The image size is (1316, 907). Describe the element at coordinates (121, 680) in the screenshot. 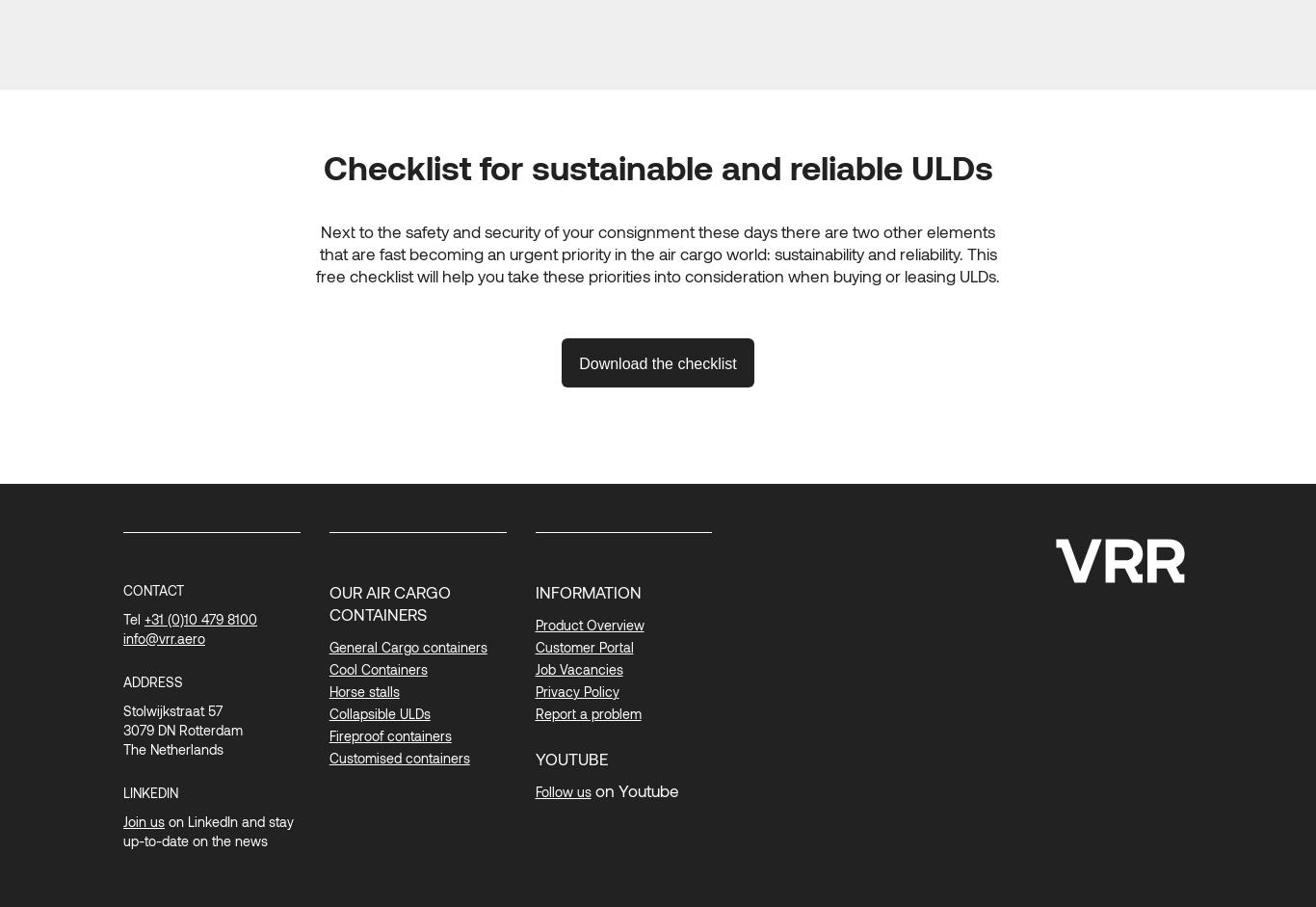

I see `'Address'` at that location.